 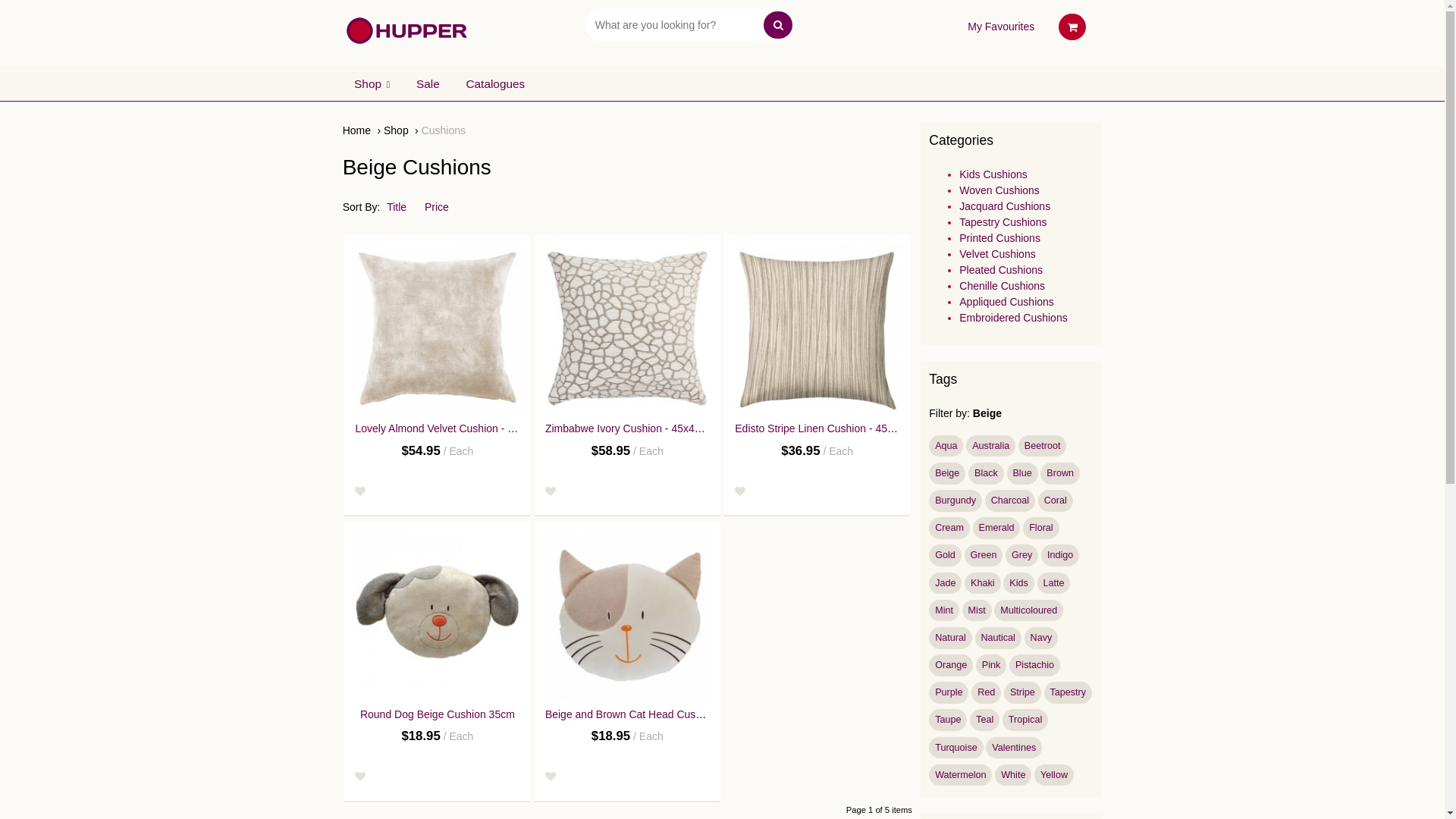 I want to click on 'Red', so click(x=986, y=692).